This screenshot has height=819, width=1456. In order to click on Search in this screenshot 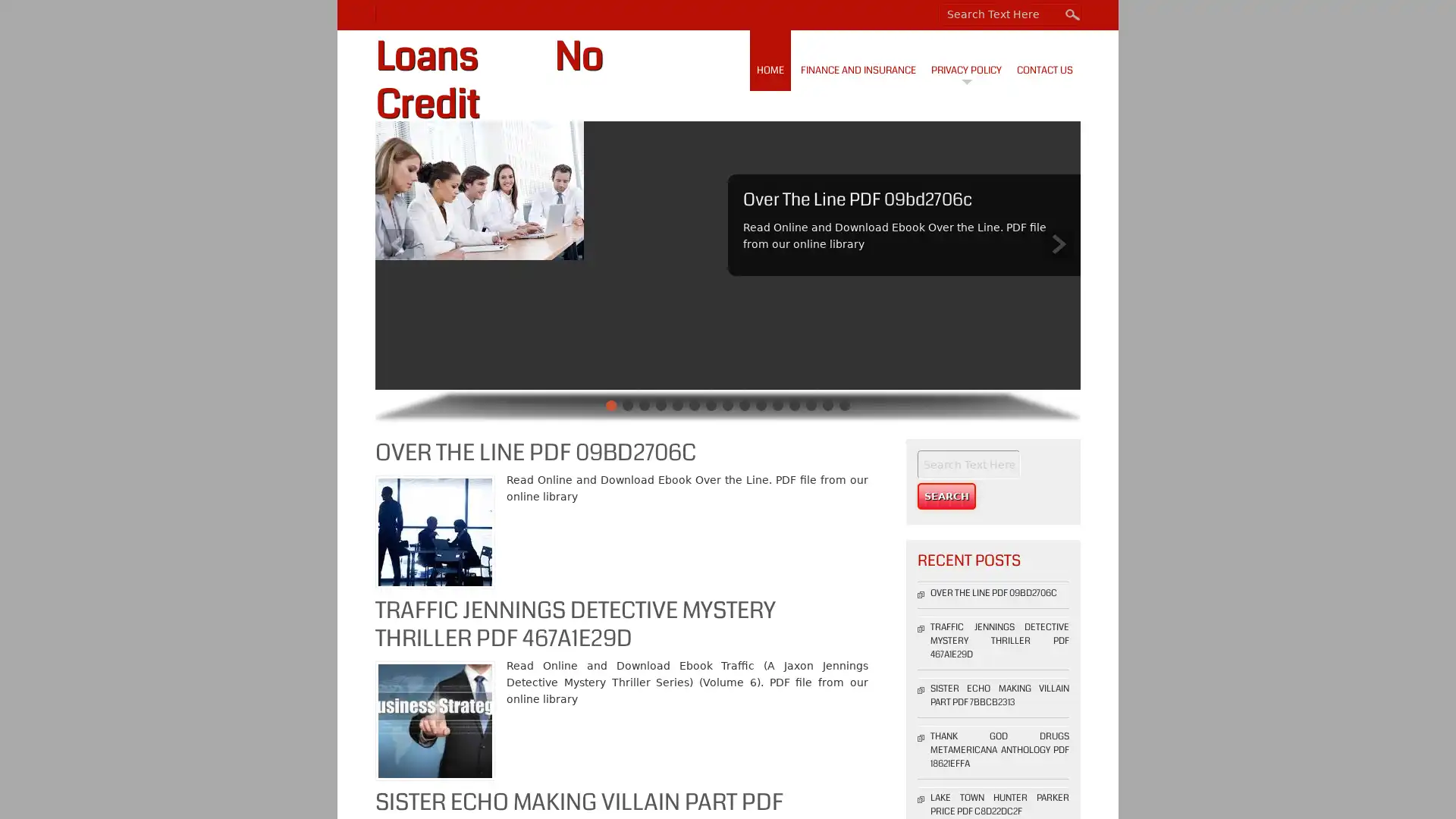, I will do `click(946, 496)`.